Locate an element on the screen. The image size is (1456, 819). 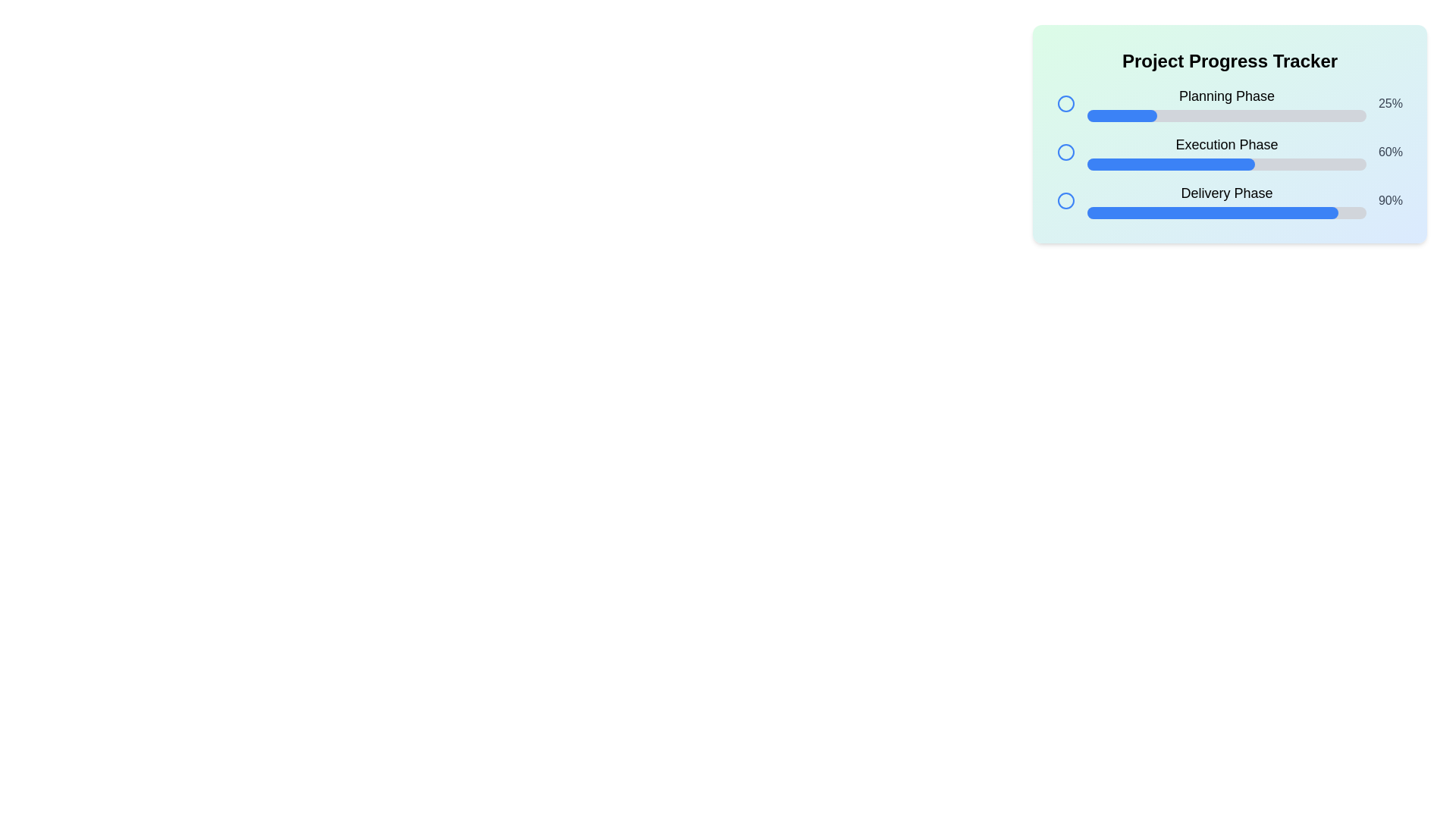
the first circular icon with a blue outline in the 'Project Progress Tracker' panel, aligned with the 'Planning Phase' label is located at coordinates (1065, 103).